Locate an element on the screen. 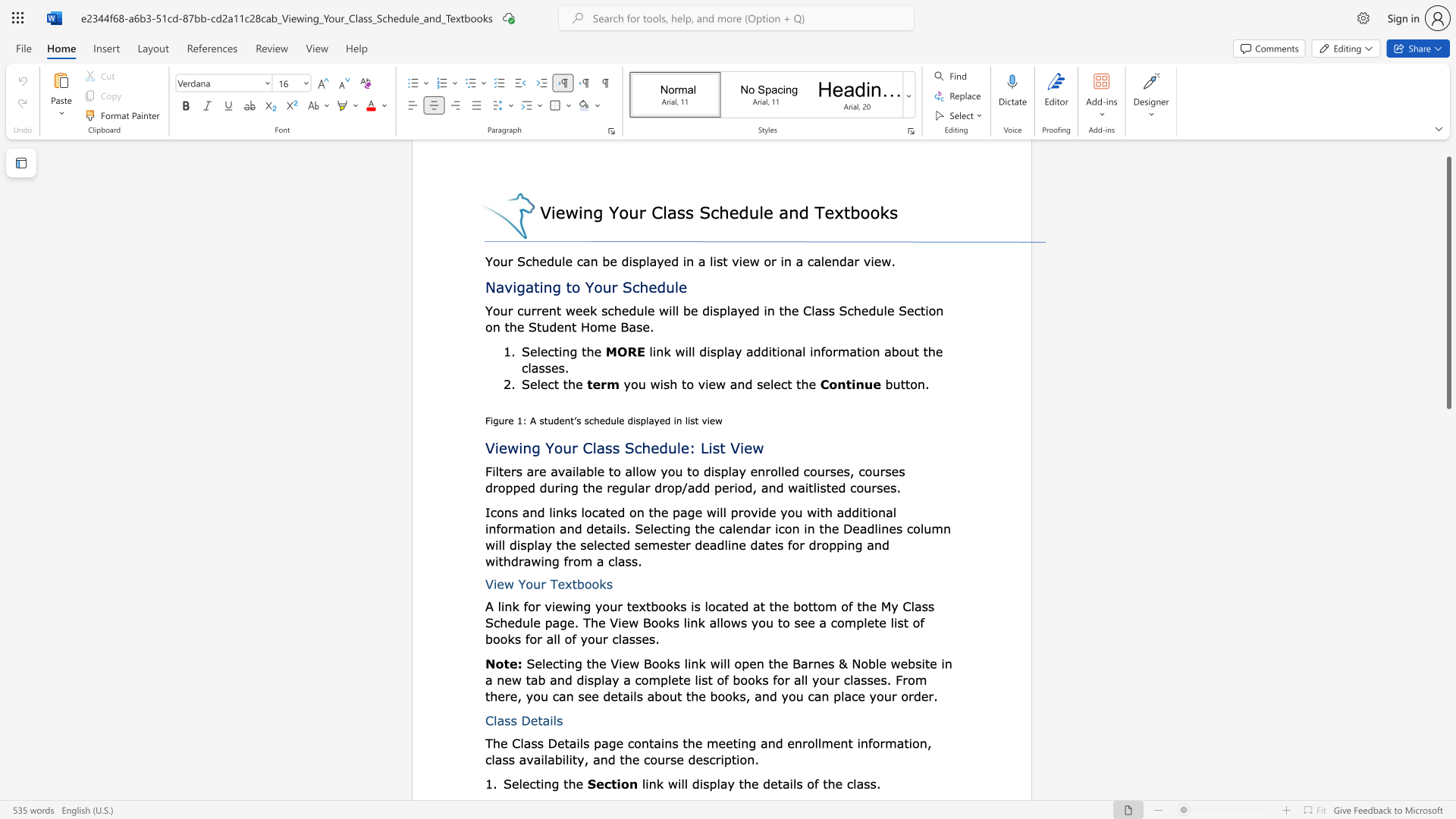 The width and height of the screenshot is (1456, 819). the scrollbar and move up 40 pixels is located at coordinates (1448, 283).